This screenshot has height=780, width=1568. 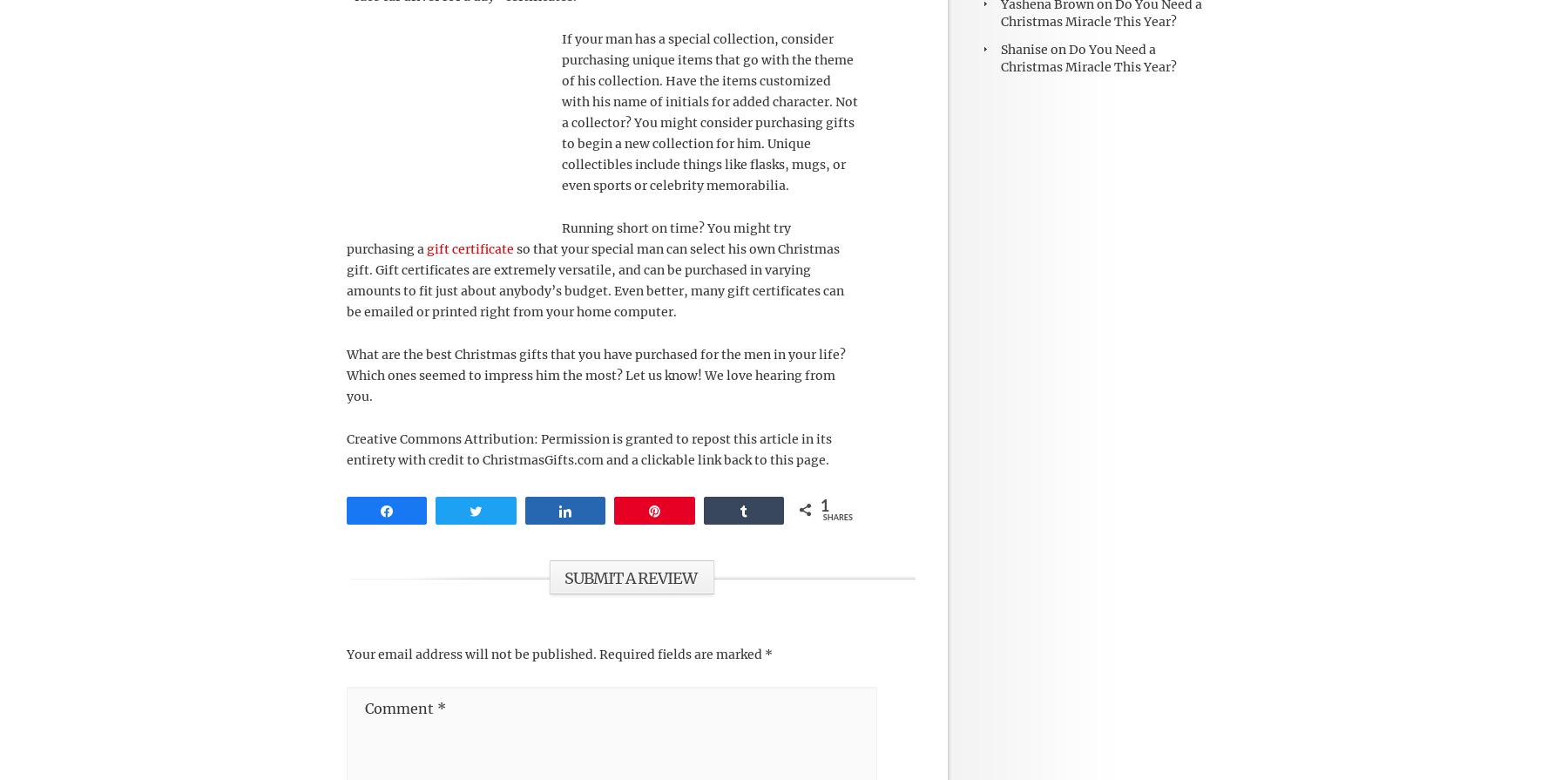 I want to click on '1', so click(x=823, y=505).